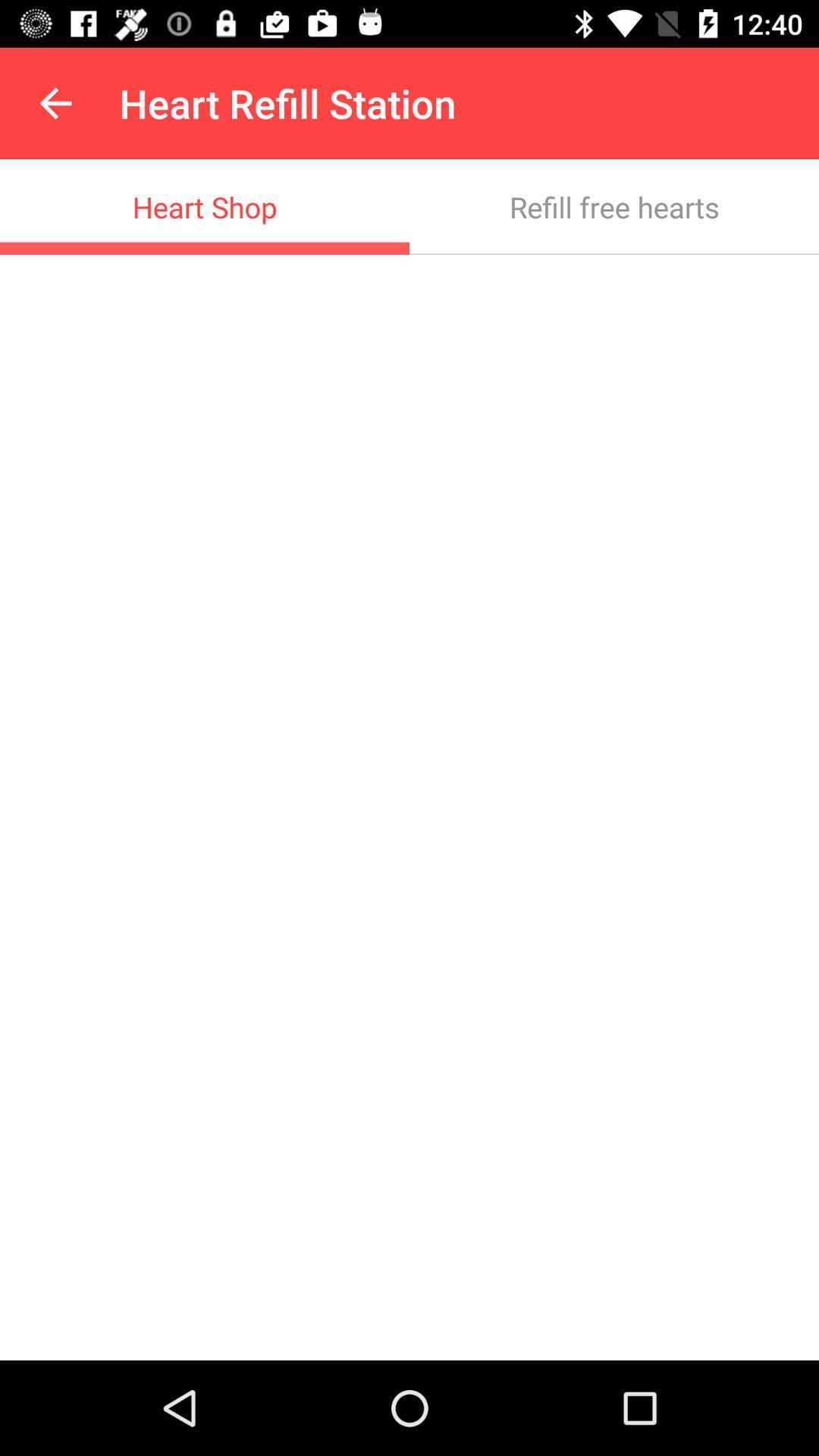 This screenshot has height=1456, width=819. I want to click on item next to the heart shop, so click(614, 206).